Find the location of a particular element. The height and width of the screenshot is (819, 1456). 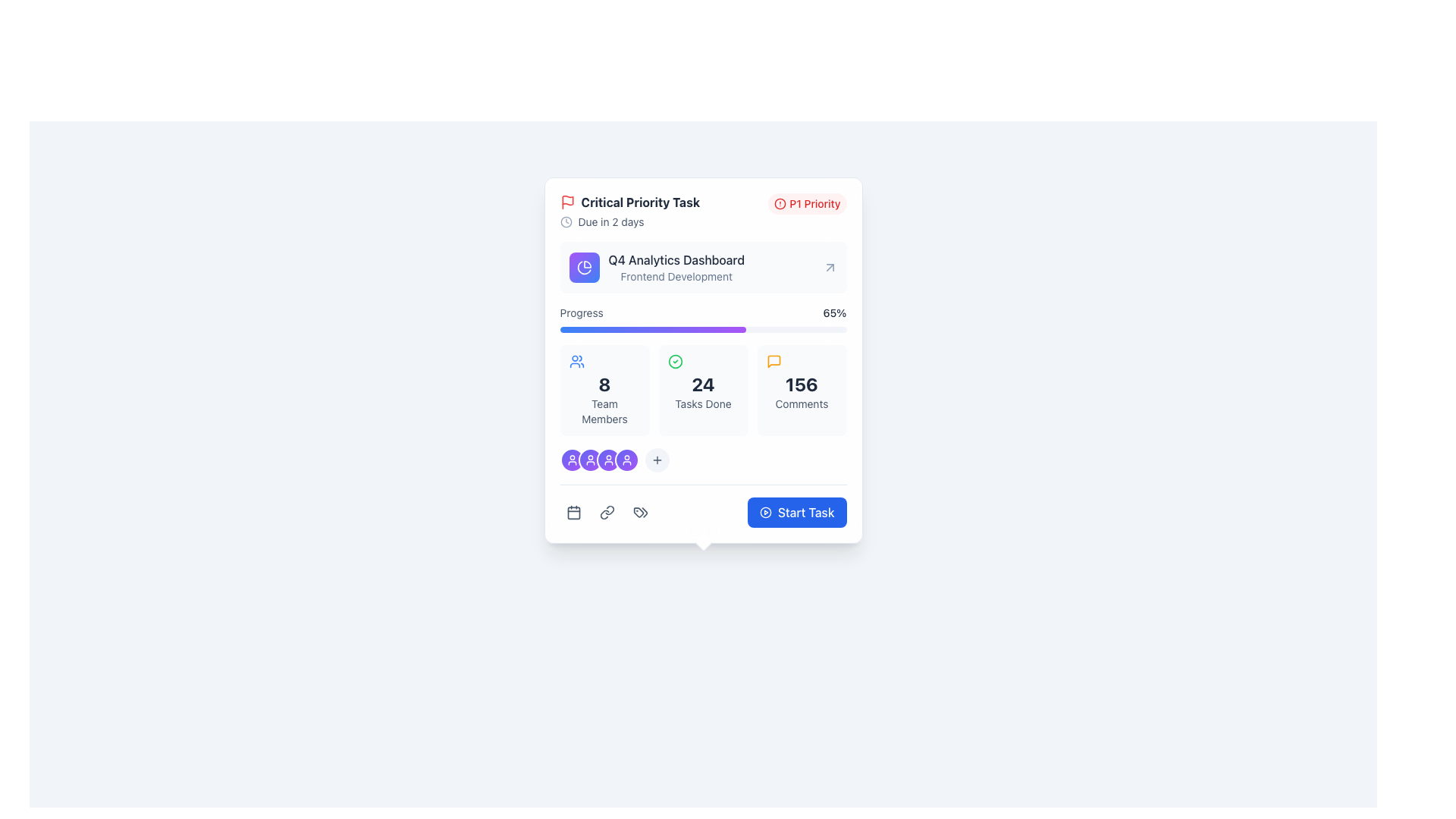

the circular alert icon indicating 'P1 Priority' status, located at the top-right corner of the 'Critical Priority Task' card is located at coordinates (780, 203).